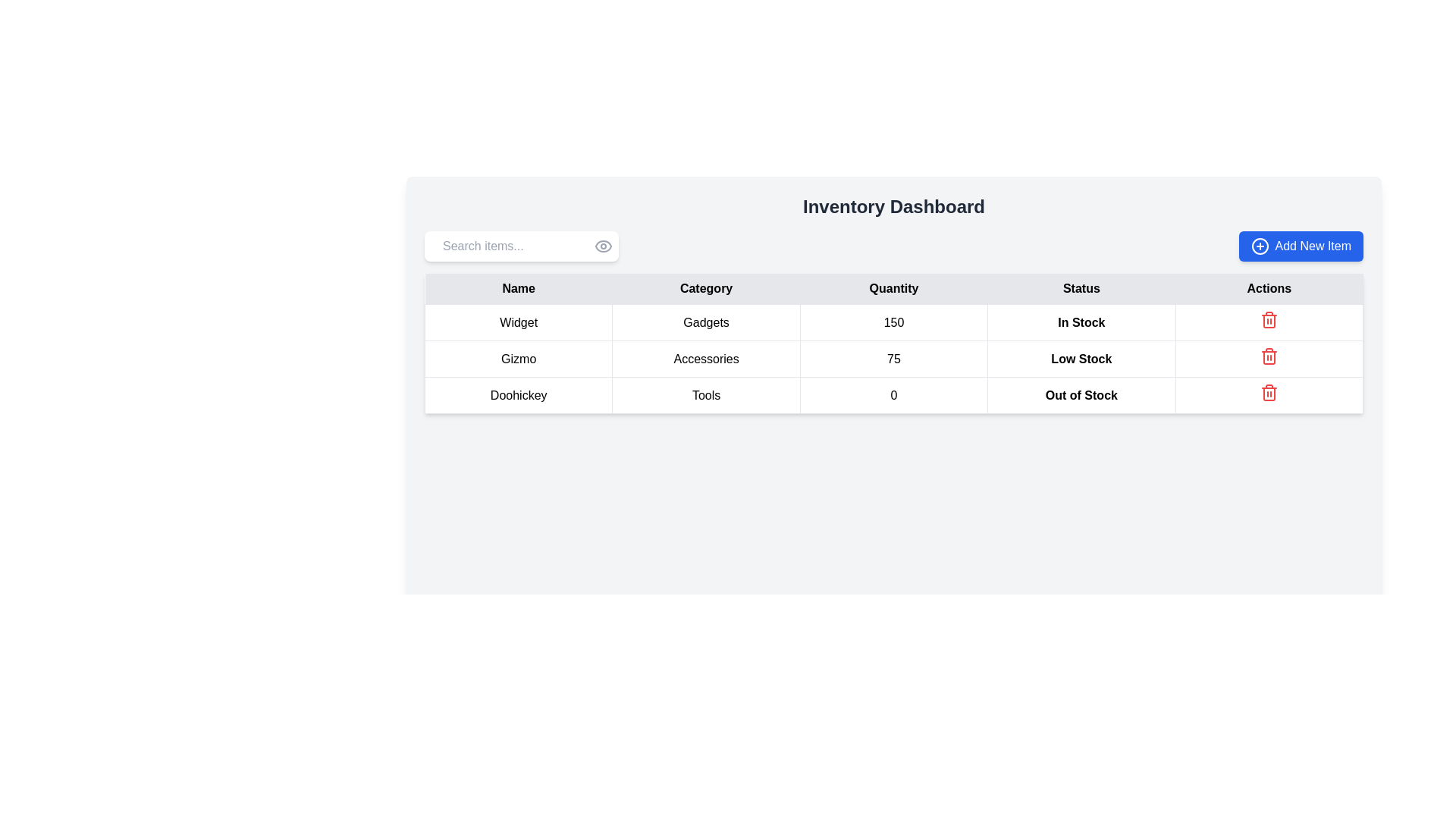 The width and height of the screenshot is (1456, 819). I want to click on the 'Actions' text label, which is styled in bold and located in the last column of a header row within a light gray background in a table, so click(1269, 289).